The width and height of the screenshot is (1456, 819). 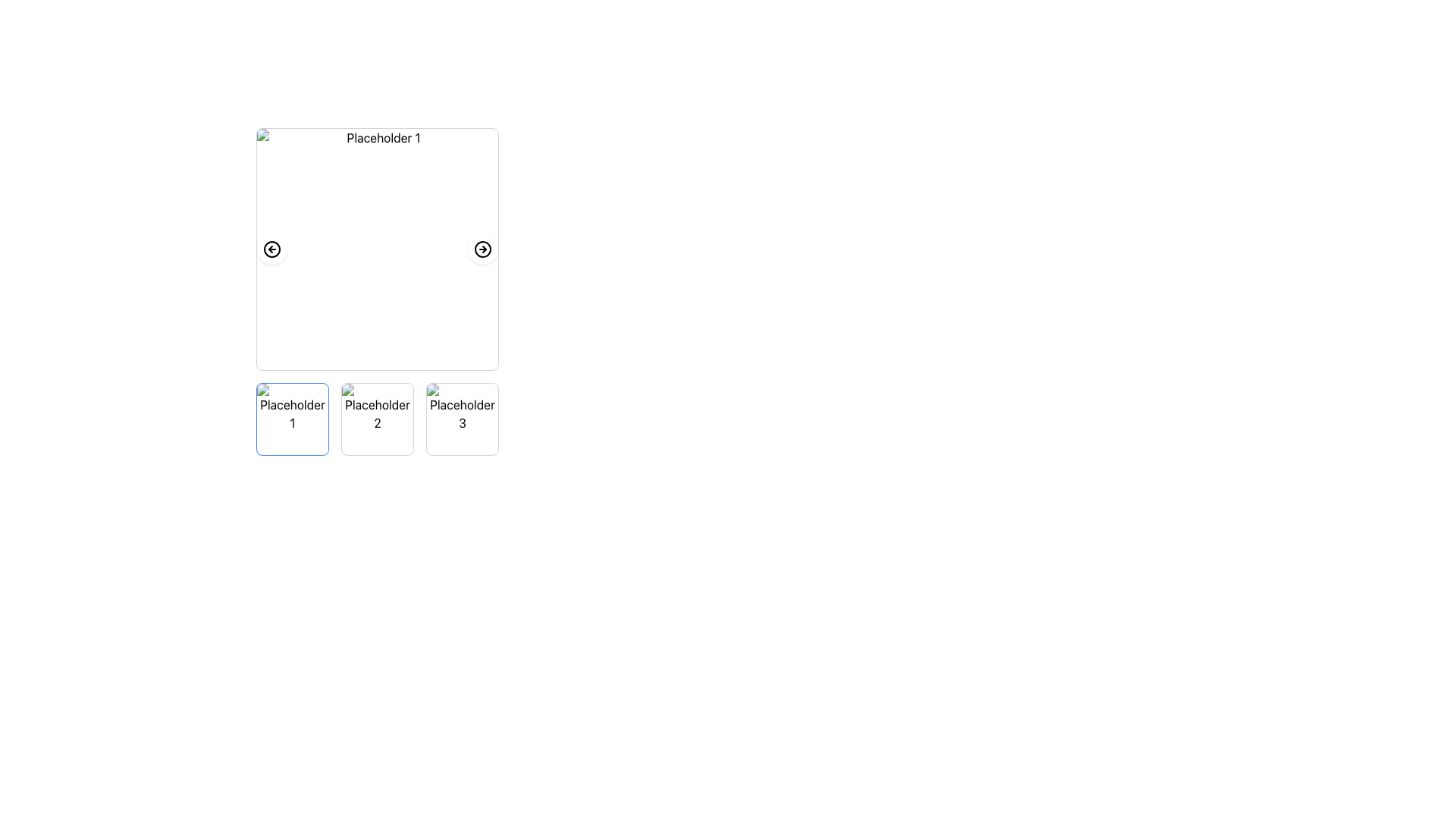 I want to click on the image placeholder box labeled 'Placeholder 3', which is a square with rounded corners and a gray border, so click(x=461, y=419).